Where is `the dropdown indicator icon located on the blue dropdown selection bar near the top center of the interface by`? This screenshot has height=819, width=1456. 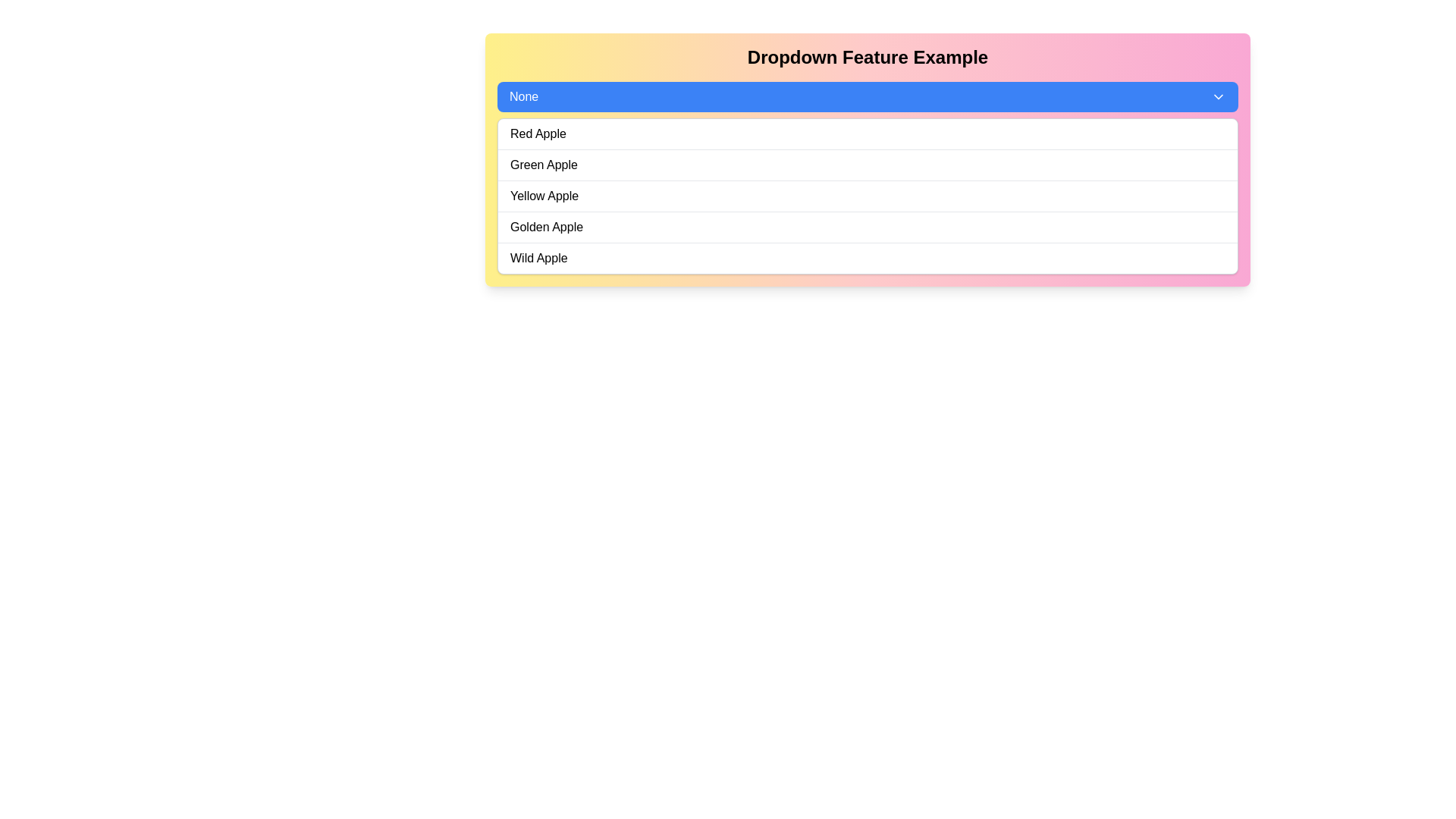
the dropdown indicator icon located on the blue dropdown selection bar near the top center of the interface by is located at coordinates (1219, 96).